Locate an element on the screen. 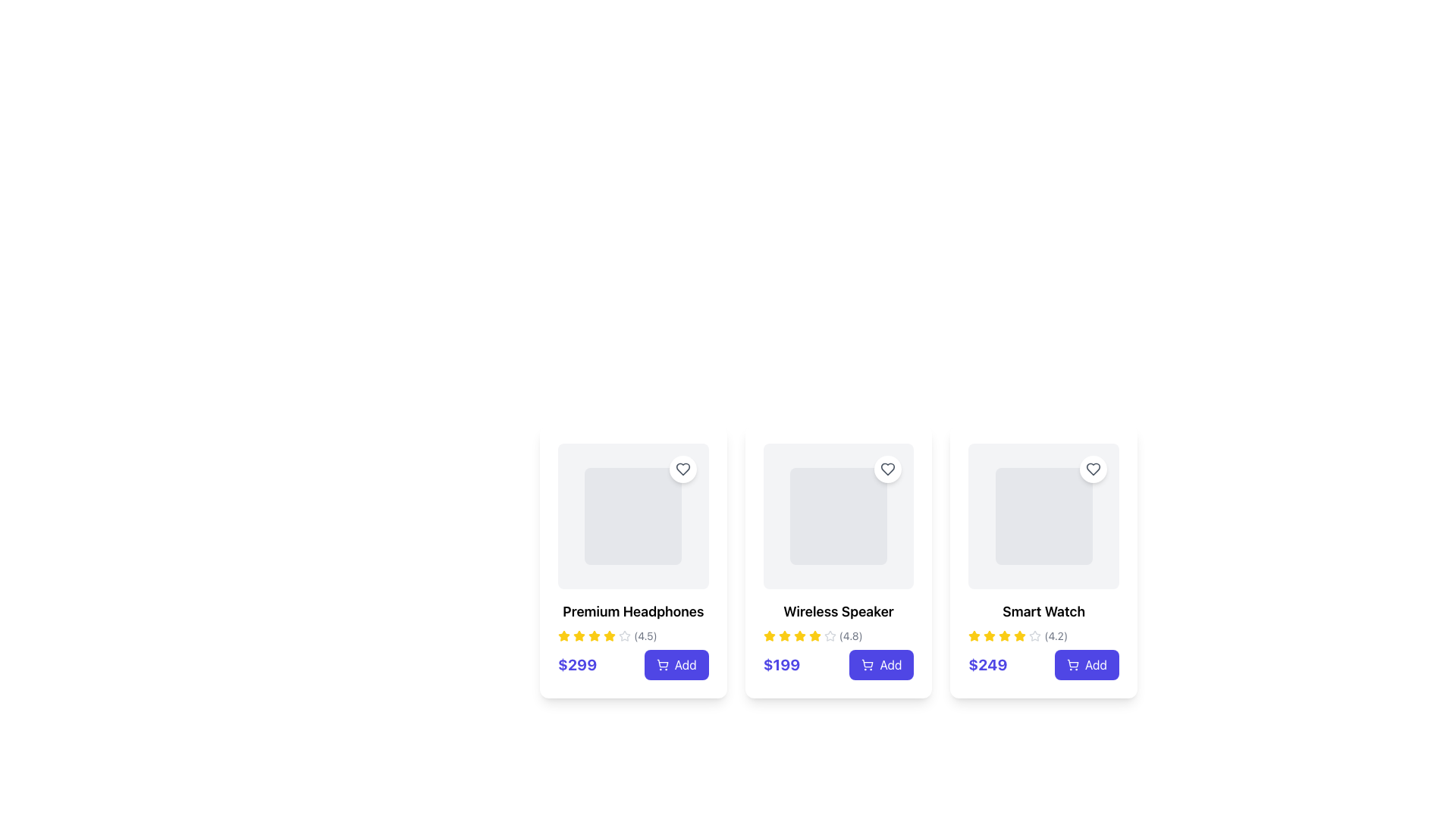  the large, light gray rectangular image placeholder located at the top section of the 'Premium Headphones' product card for detailed product view is located at coordinates (633, 516).